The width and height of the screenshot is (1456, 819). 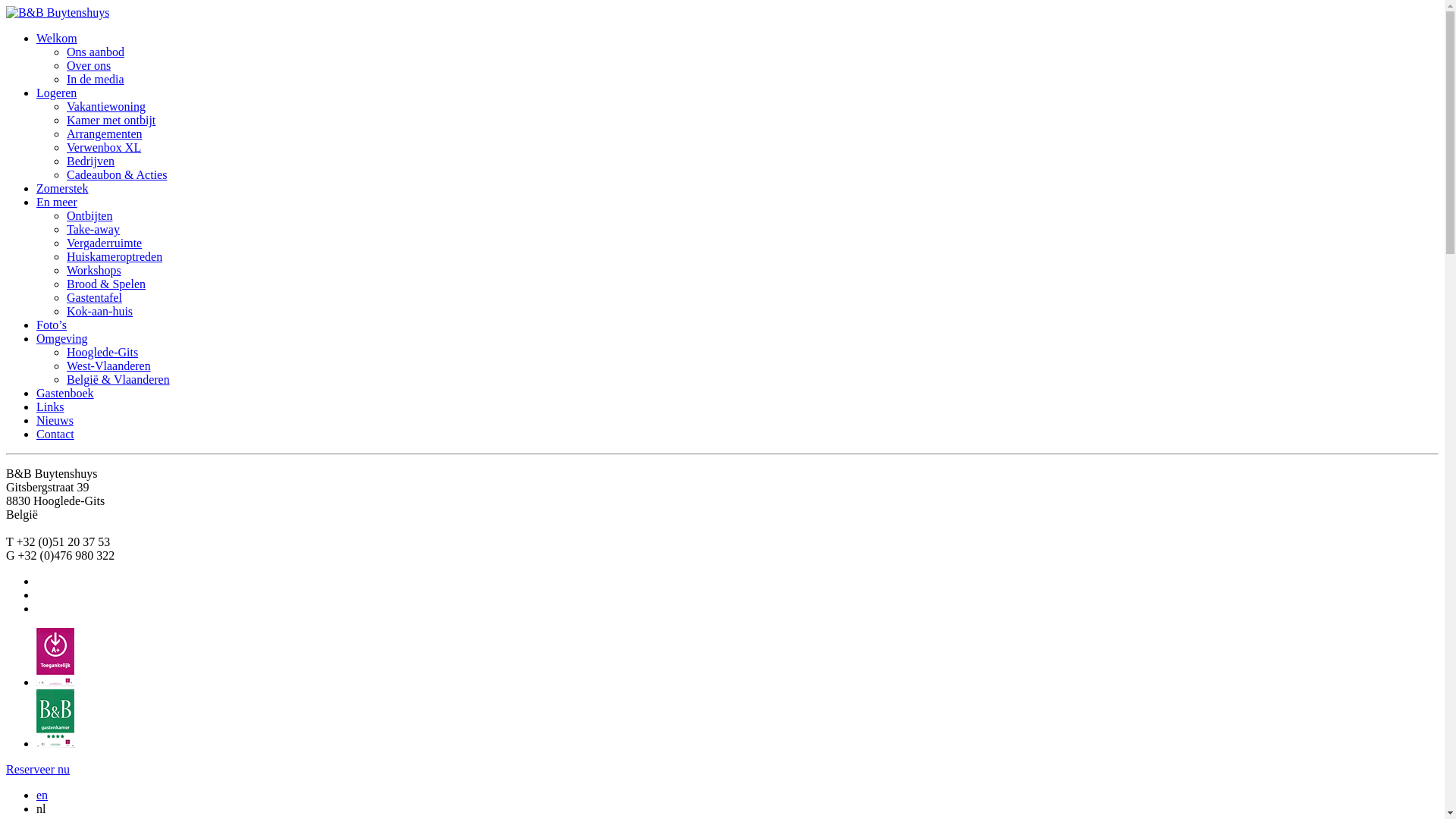 What do you see at coordinates (65, 64) in the screenshot?
I see `'Over ons'` at bounding box center [65, 64].